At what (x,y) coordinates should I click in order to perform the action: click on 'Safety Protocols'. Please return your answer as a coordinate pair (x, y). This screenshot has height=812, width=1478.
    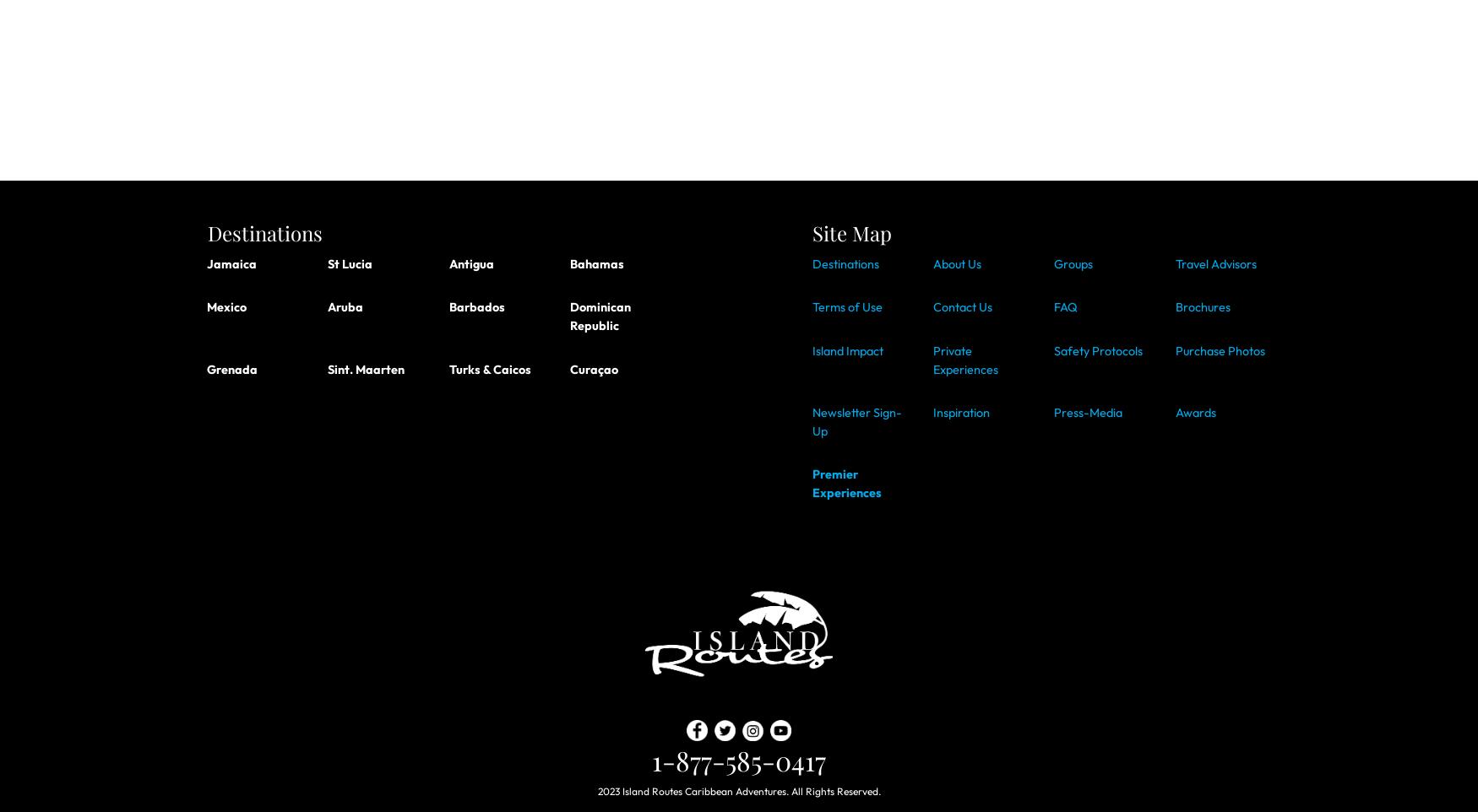
    Looking at the image, I should click on (1097, 349).